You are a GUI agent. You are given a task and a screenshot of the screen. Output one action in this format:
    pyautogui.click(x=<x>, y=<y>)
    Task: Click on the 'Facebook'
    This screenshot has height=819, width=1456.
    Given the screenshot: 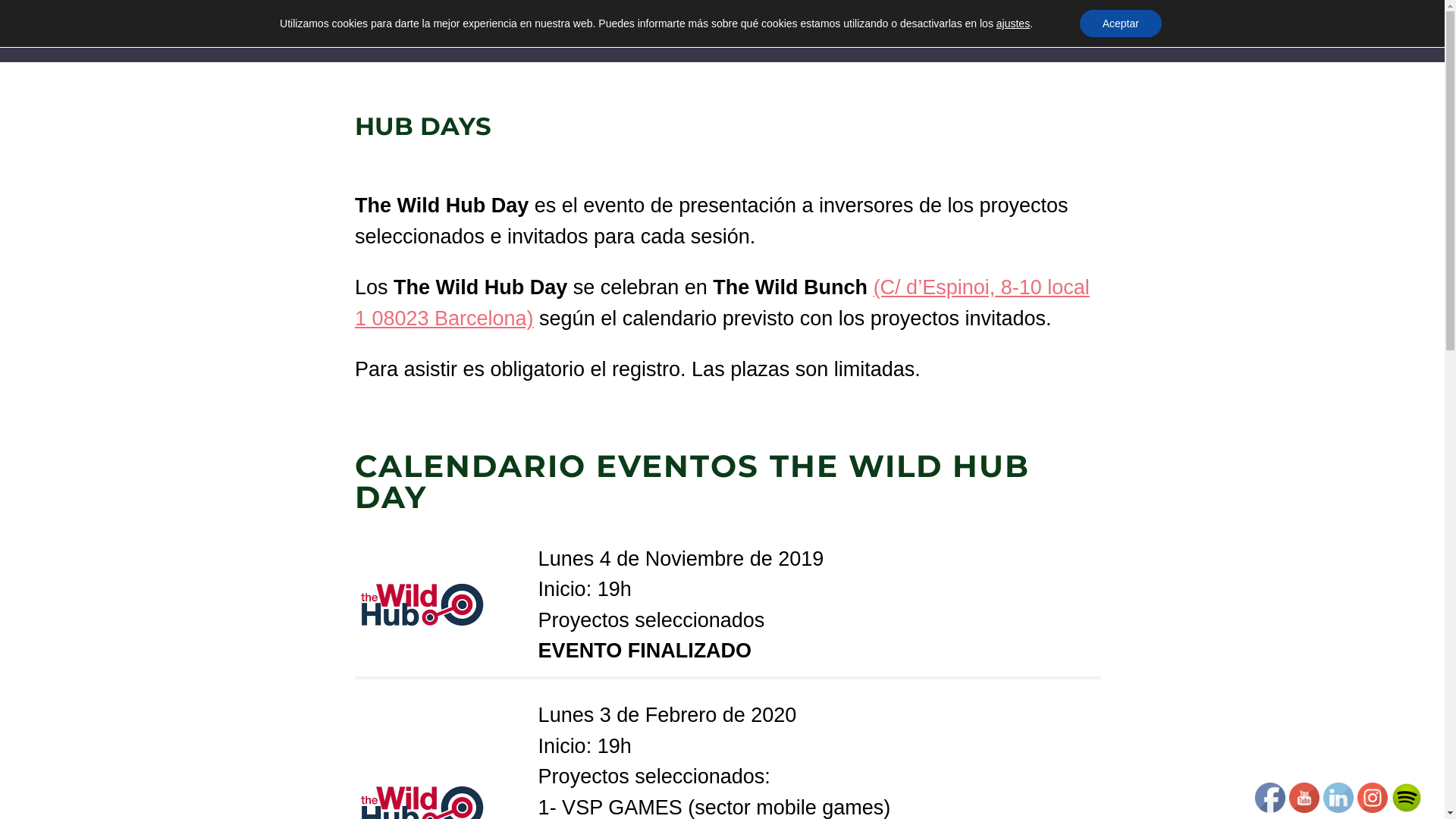 What is the action you would take?
    pyautogui.click(x=1270, y=797)
    